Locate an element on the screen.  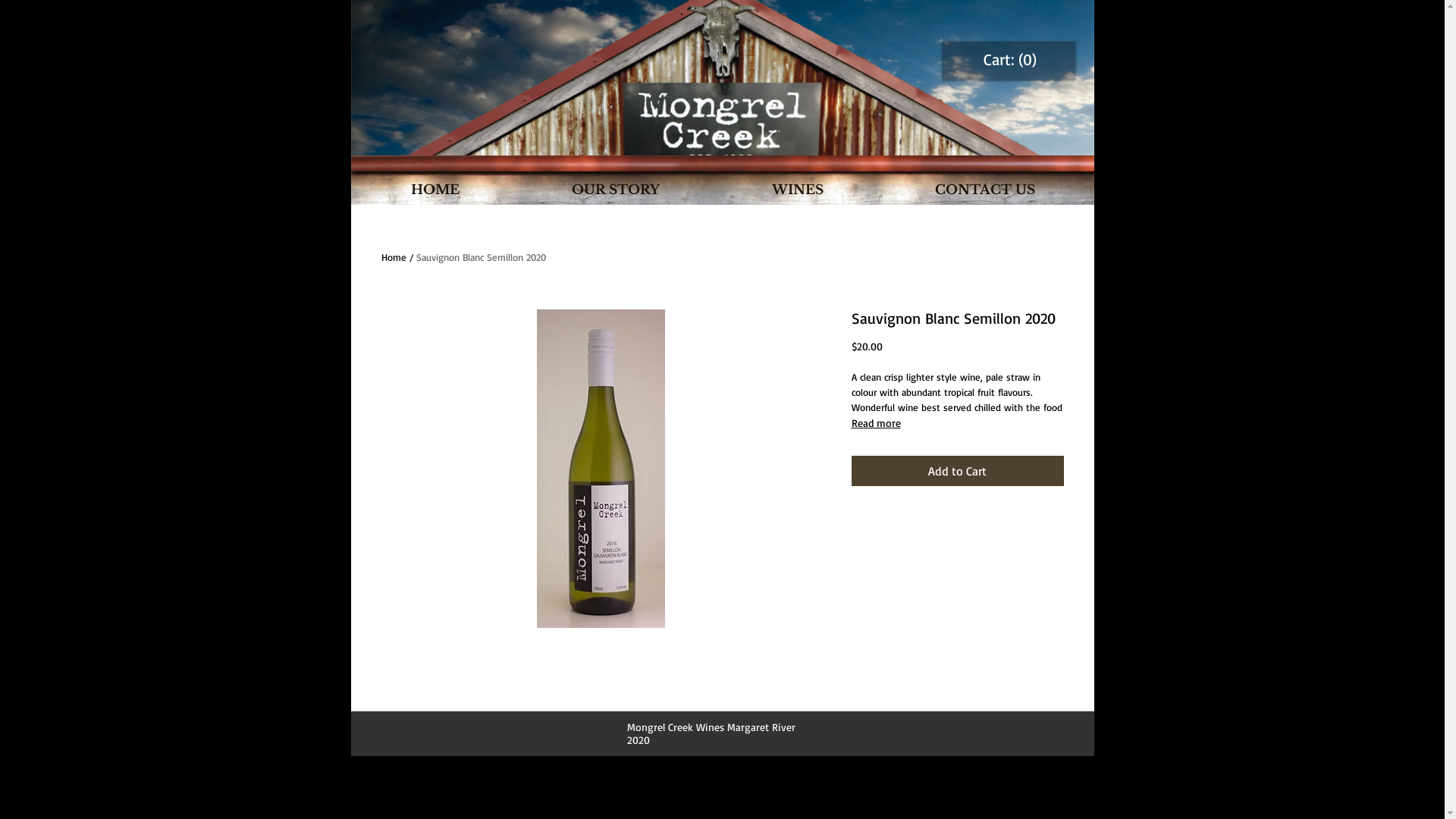
'CONTACT US' is located at coordinates (880, 189).